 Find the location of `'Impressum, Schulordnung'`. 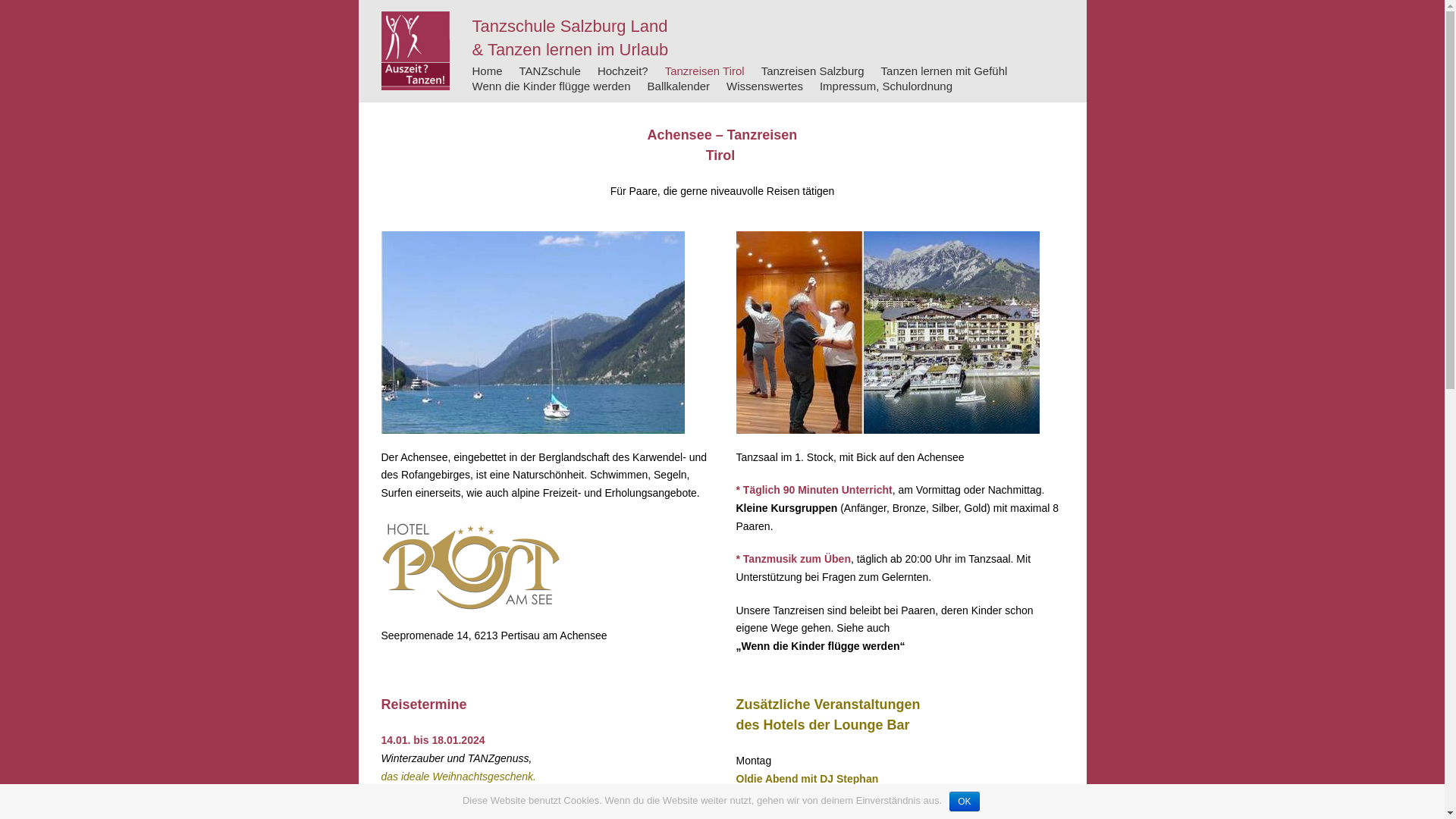

'Impressum, Schulordnung' is located at coordinates (886, 86).